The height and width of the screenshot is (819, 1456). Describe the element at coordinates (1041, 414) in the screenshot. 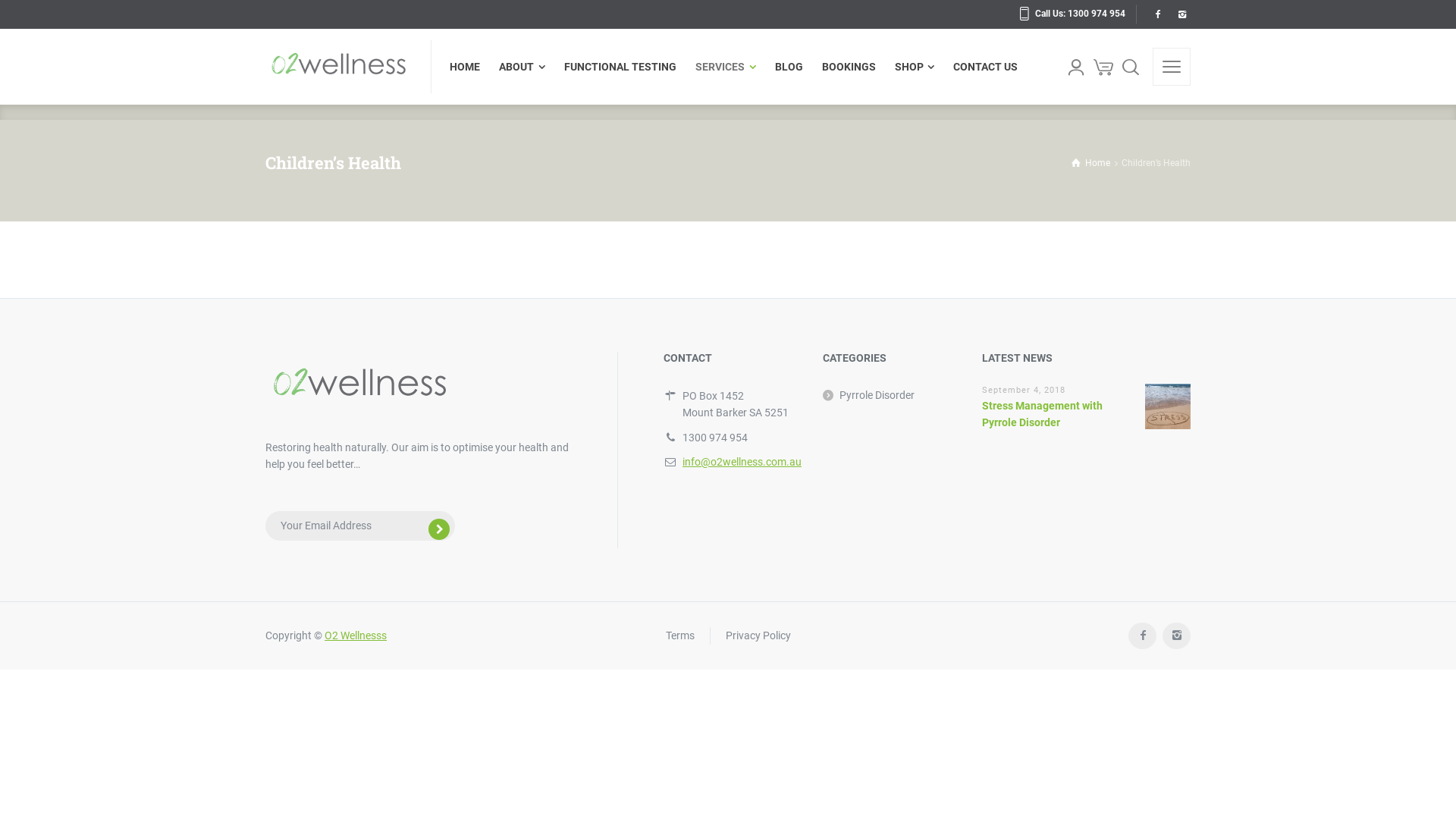

I see `'Stress Management with Pyrrole Disorder'` at that location.